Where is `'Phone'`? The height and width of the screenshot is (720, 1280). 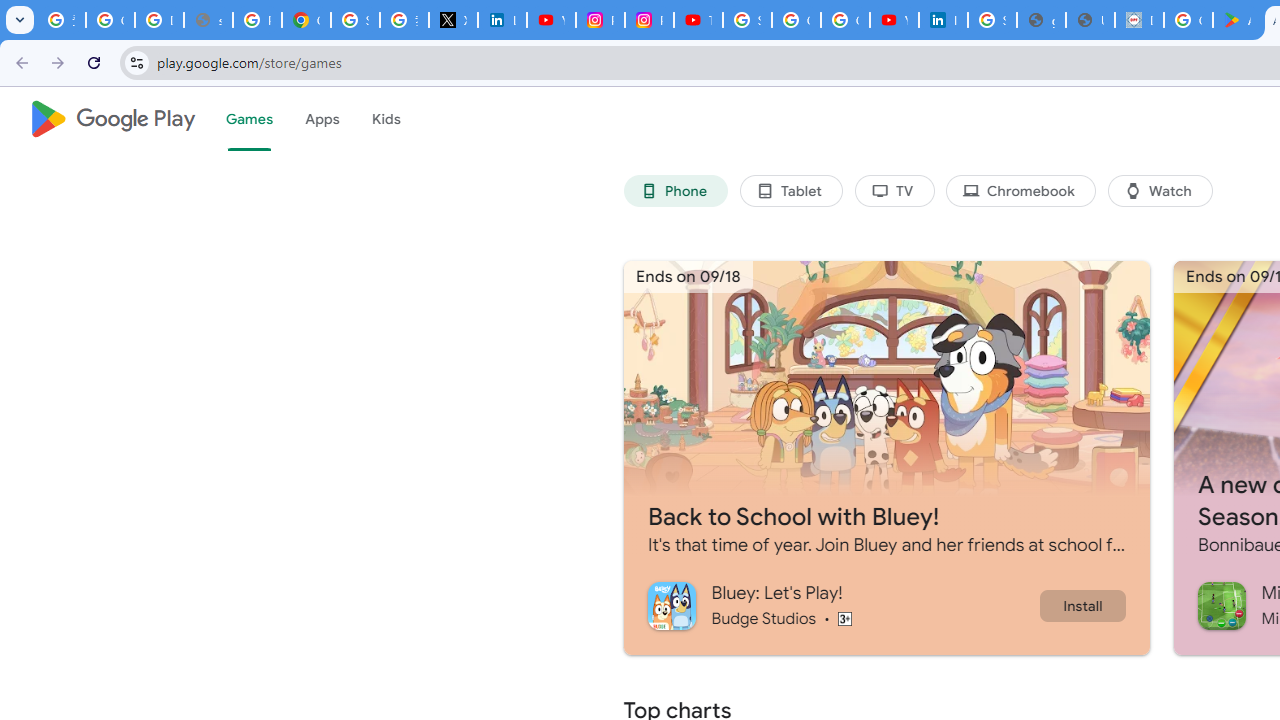
'Phone' is located at coordinates (675, 191).